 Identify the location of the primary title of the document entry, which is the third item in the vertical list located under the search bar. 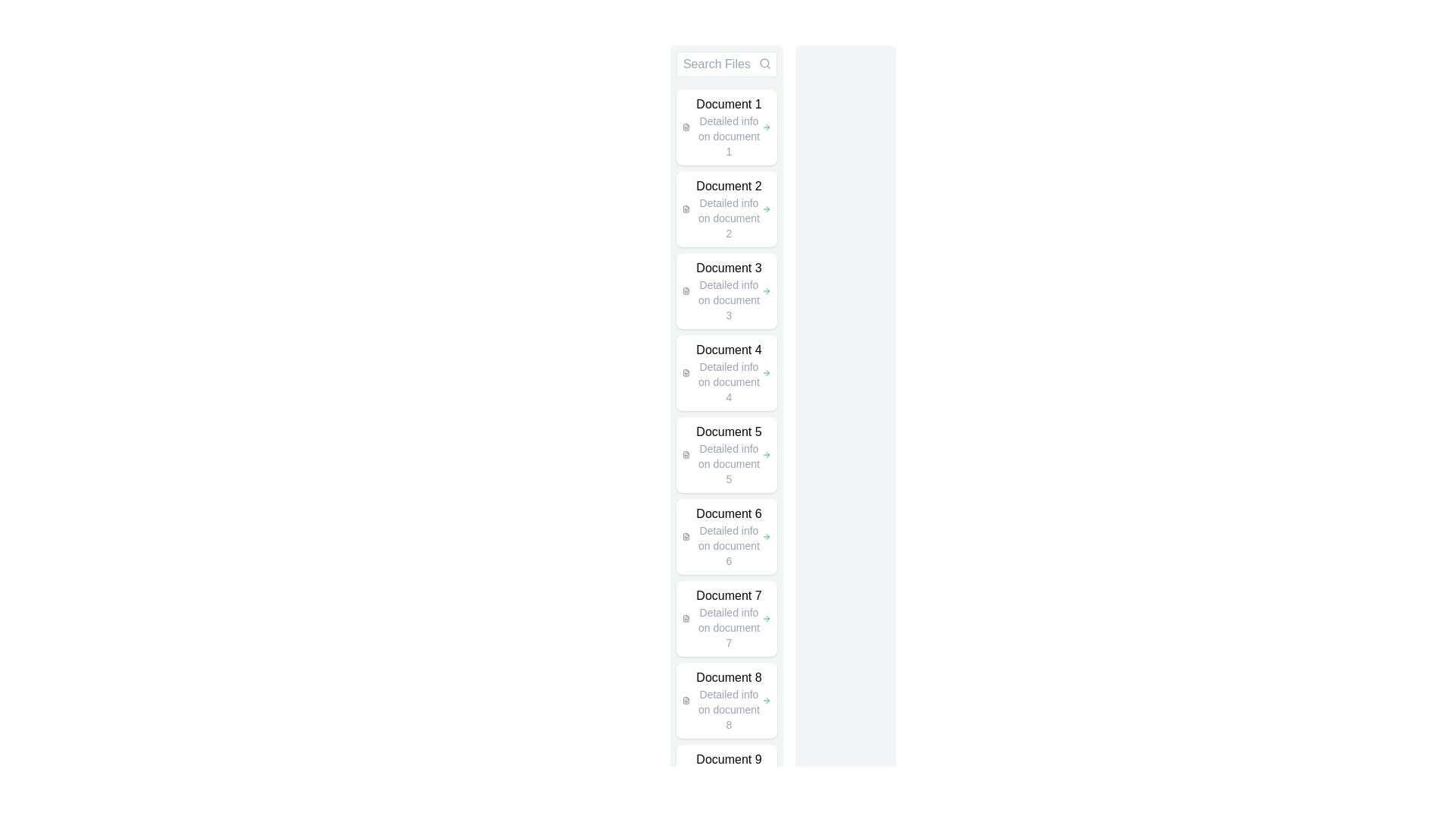
(729, 268).